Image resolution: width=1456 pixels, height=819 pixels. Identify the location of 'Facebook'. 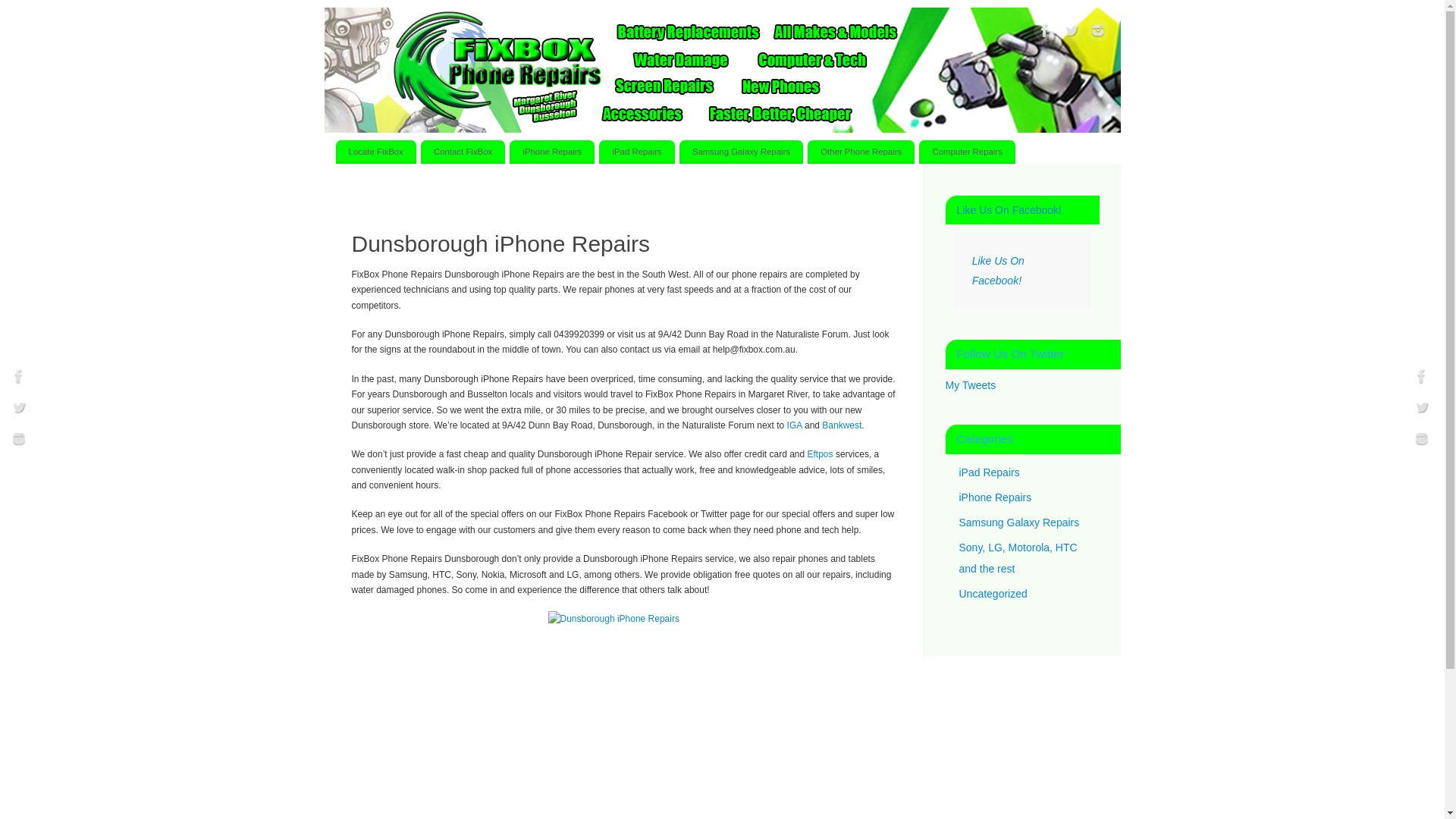
(1043, 32).